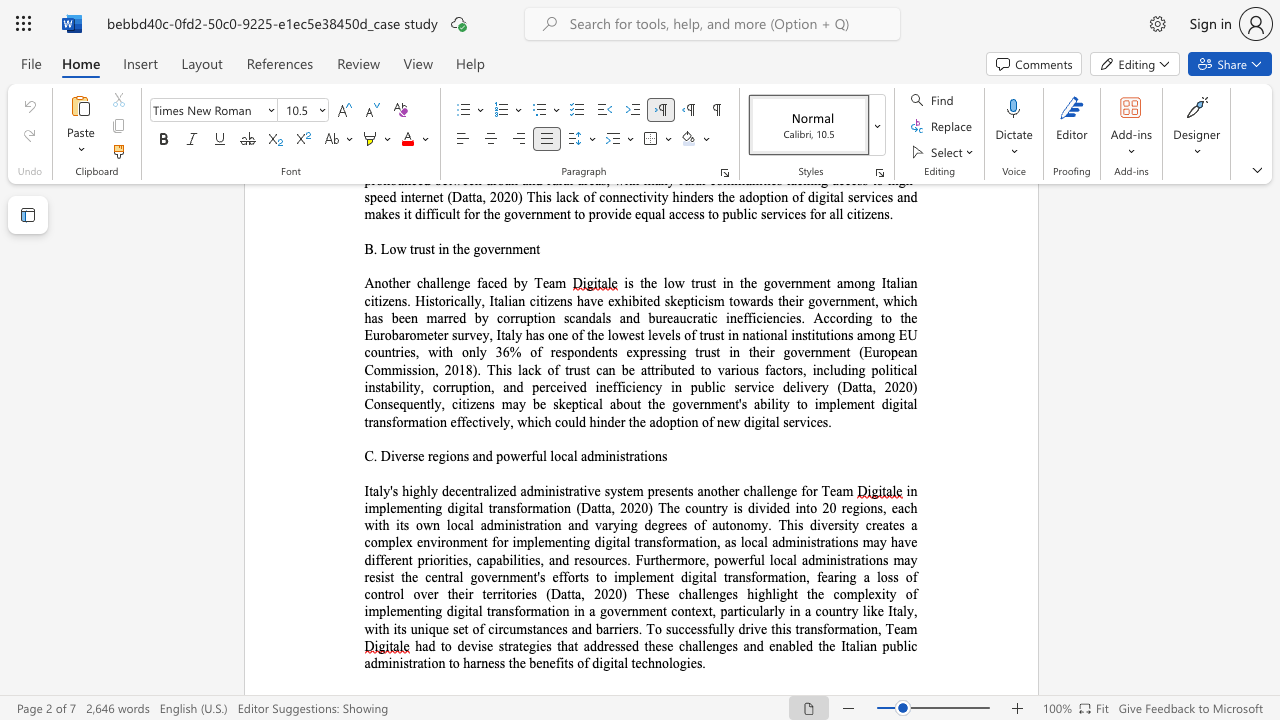 The image size is (1280, 720). What do you see at coordinates (441, 646) in the screenshot?
I see `the 1th character "t" in the text` at bounding box center [441, 646].